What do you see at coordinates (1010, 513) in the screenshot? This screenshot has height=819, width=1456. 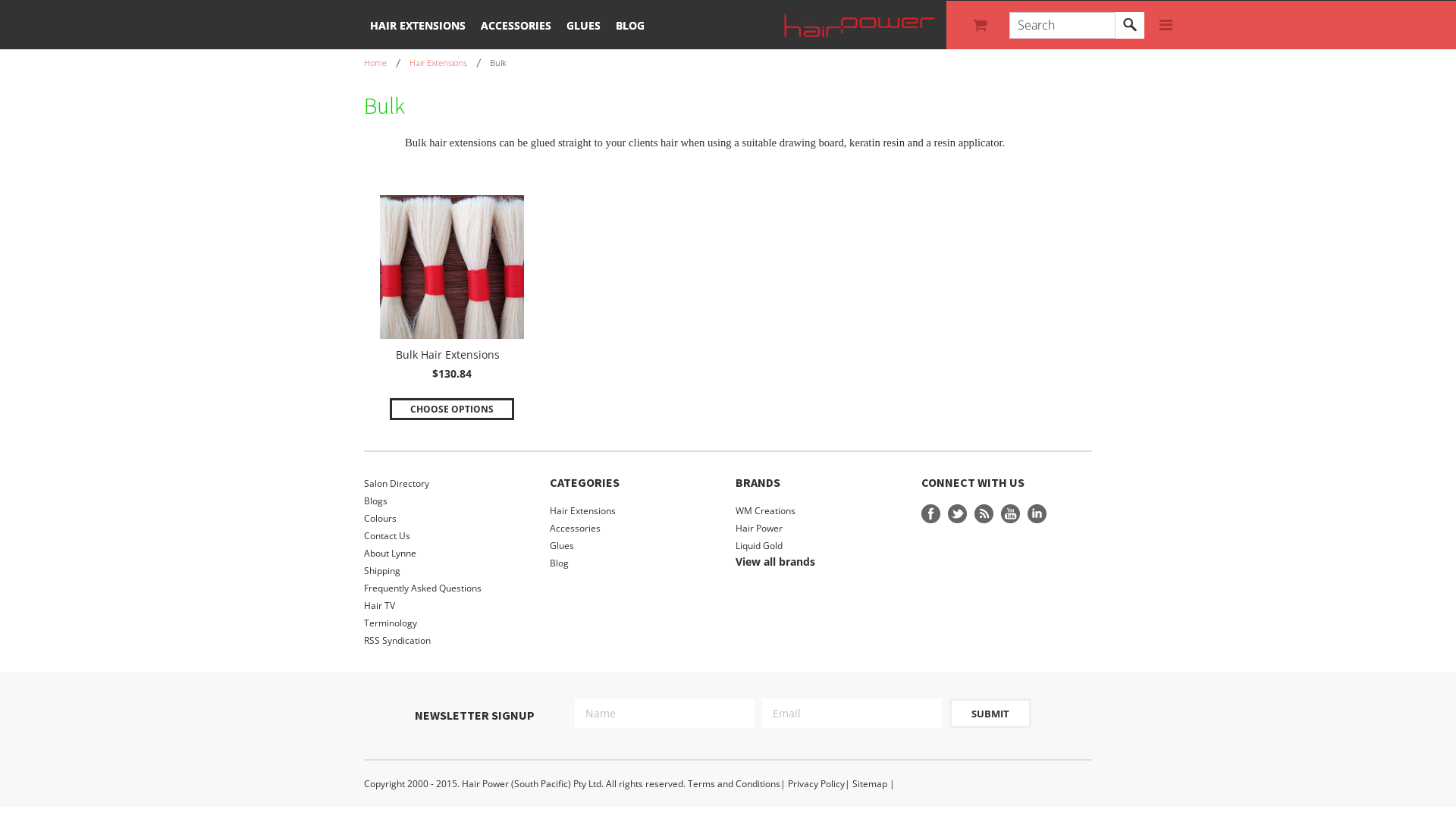 I see `'YouTube'` at bounding box center [1010, 513].